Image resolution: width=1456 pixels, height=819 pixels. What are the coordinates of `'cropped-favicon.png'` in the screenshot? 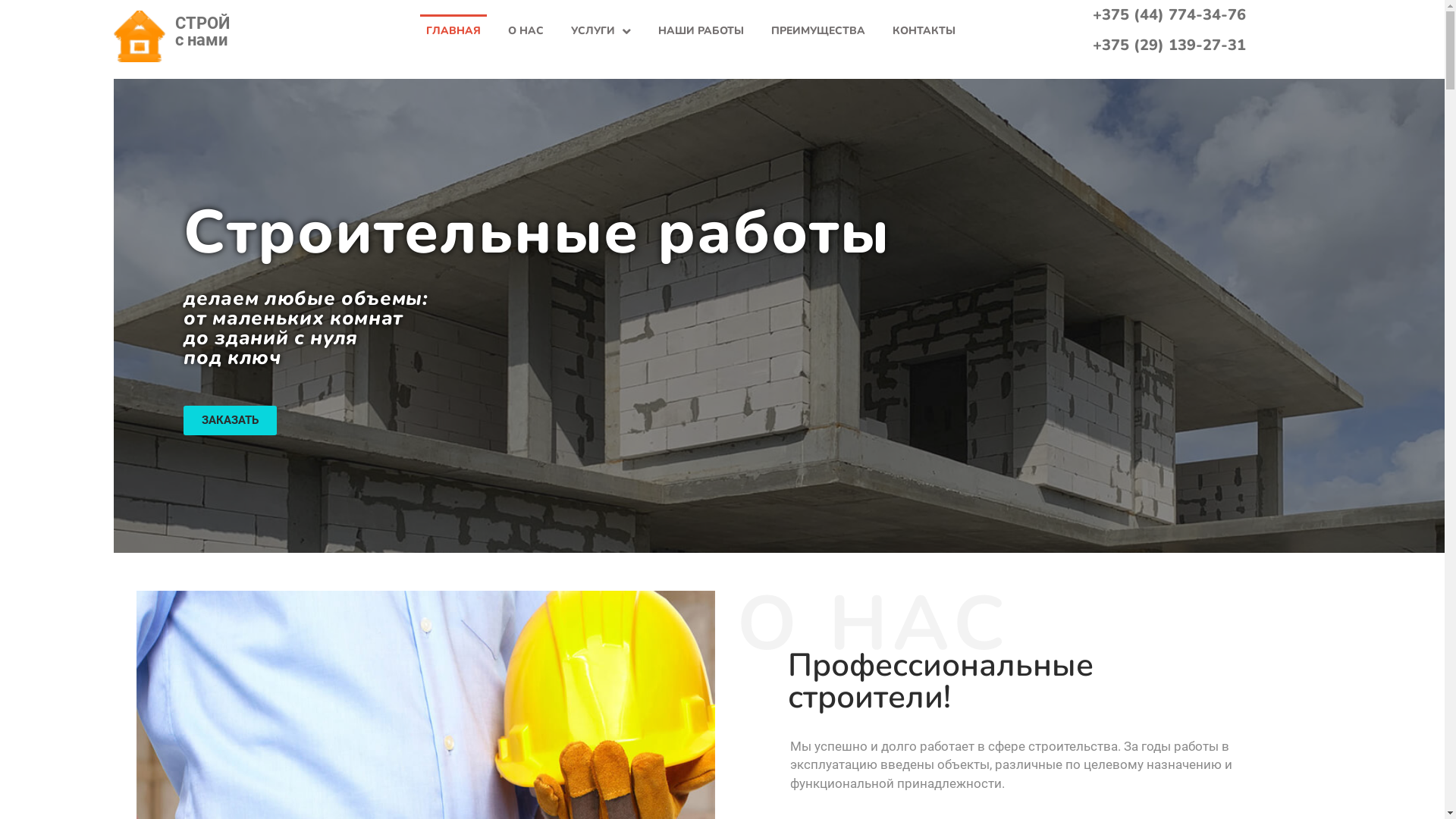 It's located at (139, 35).